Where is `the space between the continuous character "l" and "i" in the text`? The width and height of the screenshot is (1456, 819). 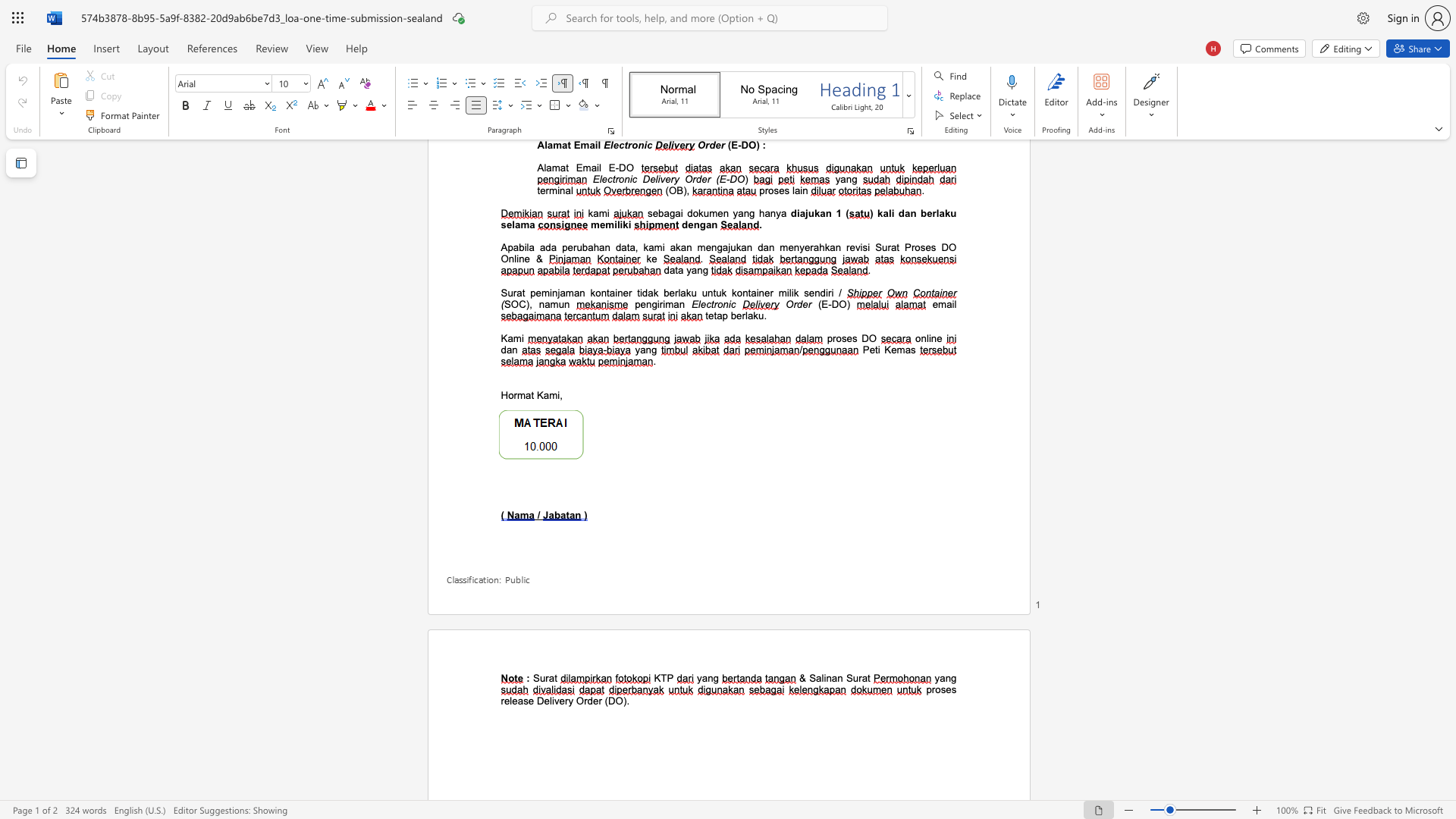 the space between the continuous character "l" and "i" in the text is located at coordinates (823, 677).